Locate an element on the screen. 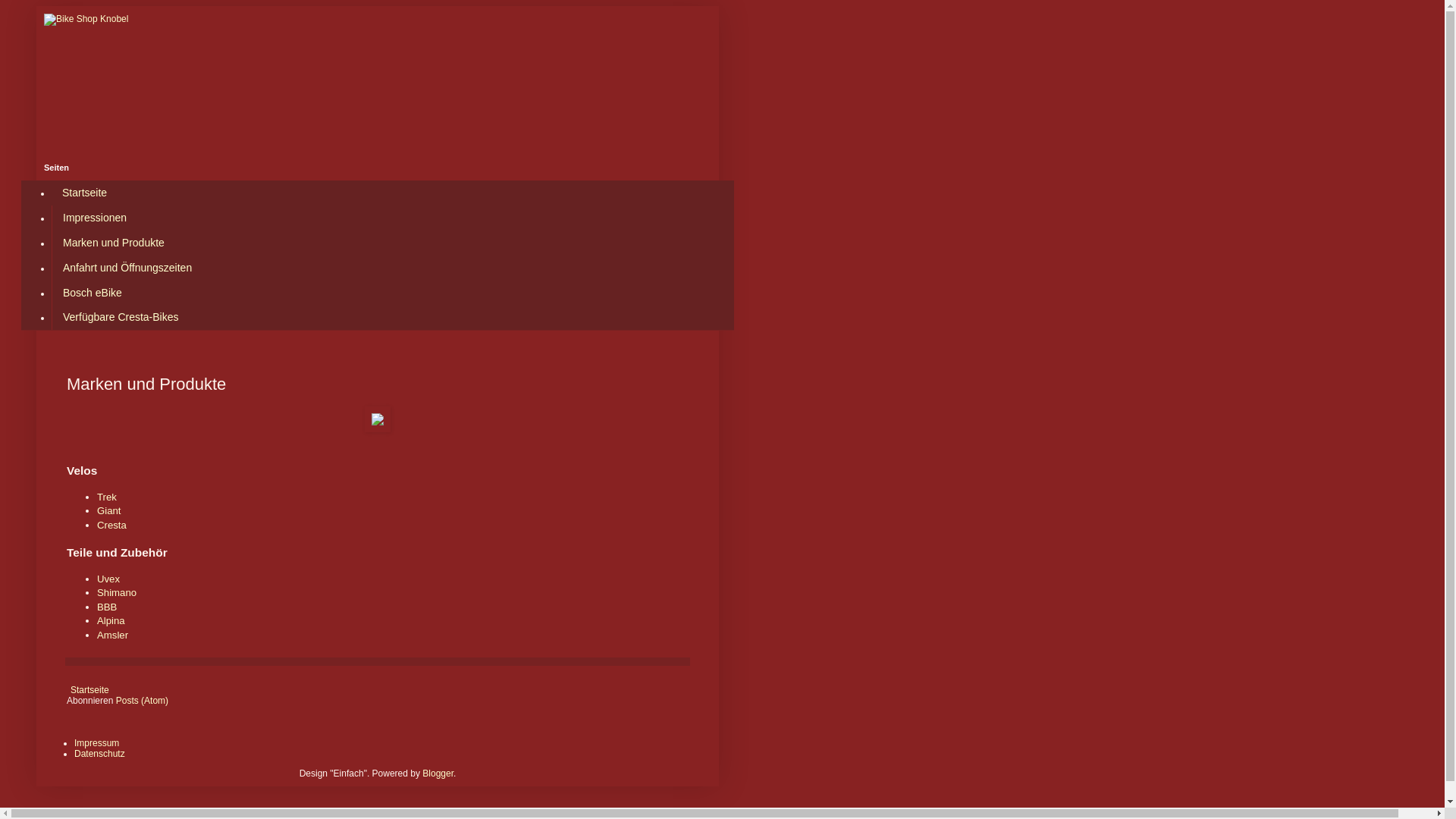 This screenshot has height=819, width=1456. 'Posts (Atom)' is located at coordinates (142, 701).